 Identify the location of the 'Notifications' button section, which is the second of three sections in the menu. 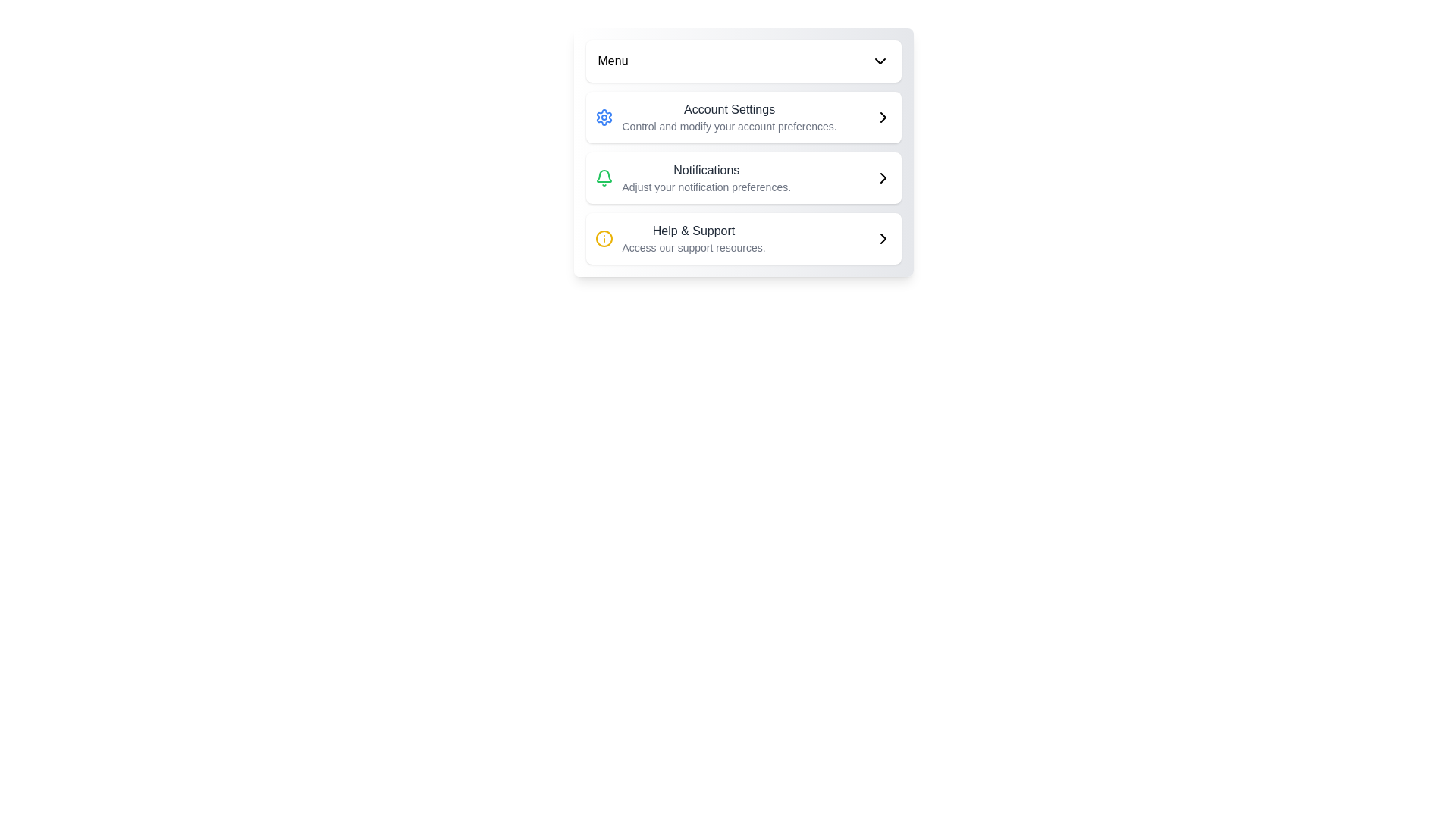
(743, 177).